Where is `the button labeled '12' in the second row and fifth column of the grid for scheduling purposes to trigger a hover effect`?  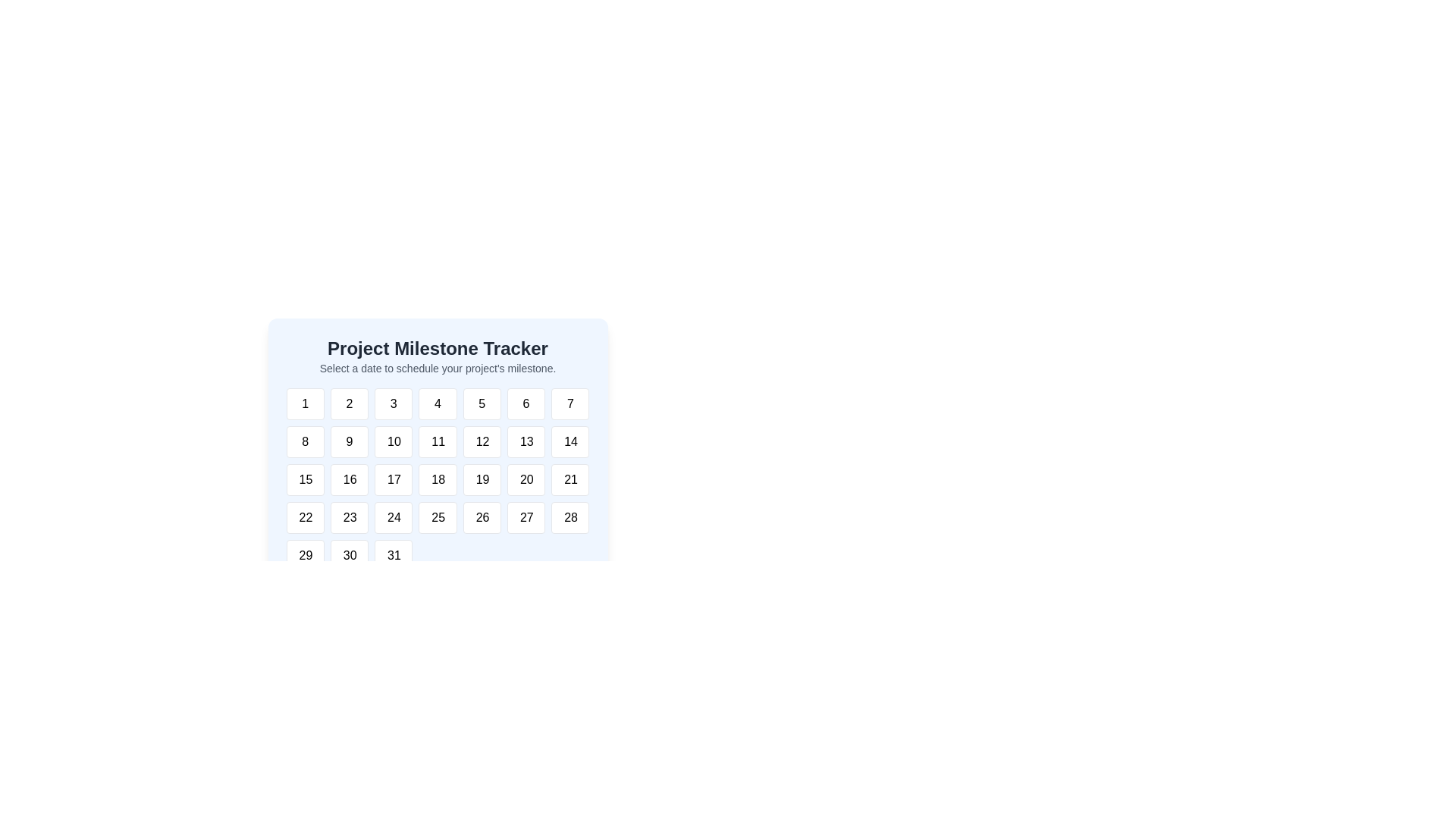 the button labeled '12' in the second row and fifth column of the grid for scheduling purposes to trigger a hover effect is located at coordinates (481, 441).